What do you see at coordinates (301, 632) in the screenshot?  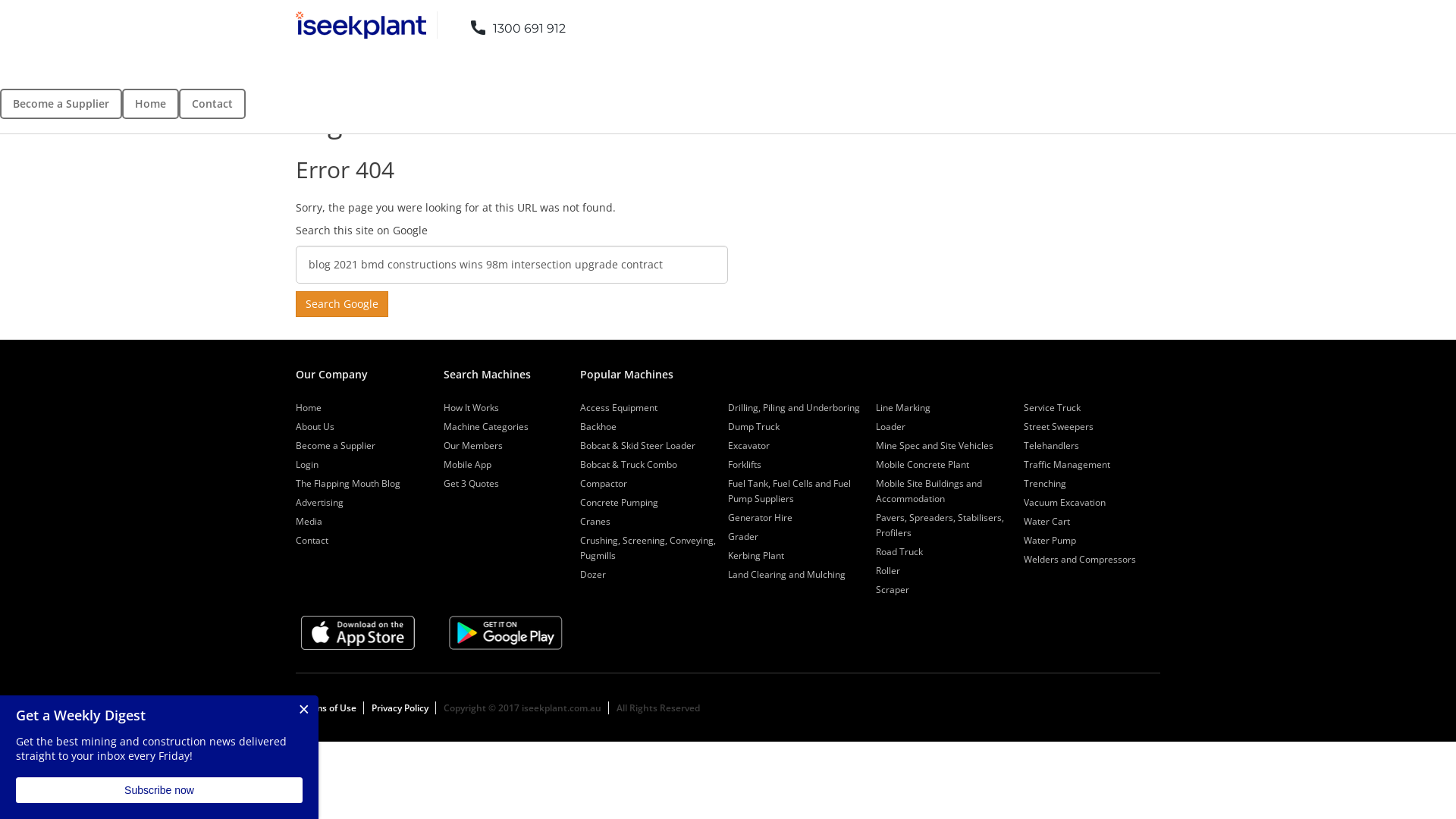 I see `'AppStore'` at bounding box center [301, 632].